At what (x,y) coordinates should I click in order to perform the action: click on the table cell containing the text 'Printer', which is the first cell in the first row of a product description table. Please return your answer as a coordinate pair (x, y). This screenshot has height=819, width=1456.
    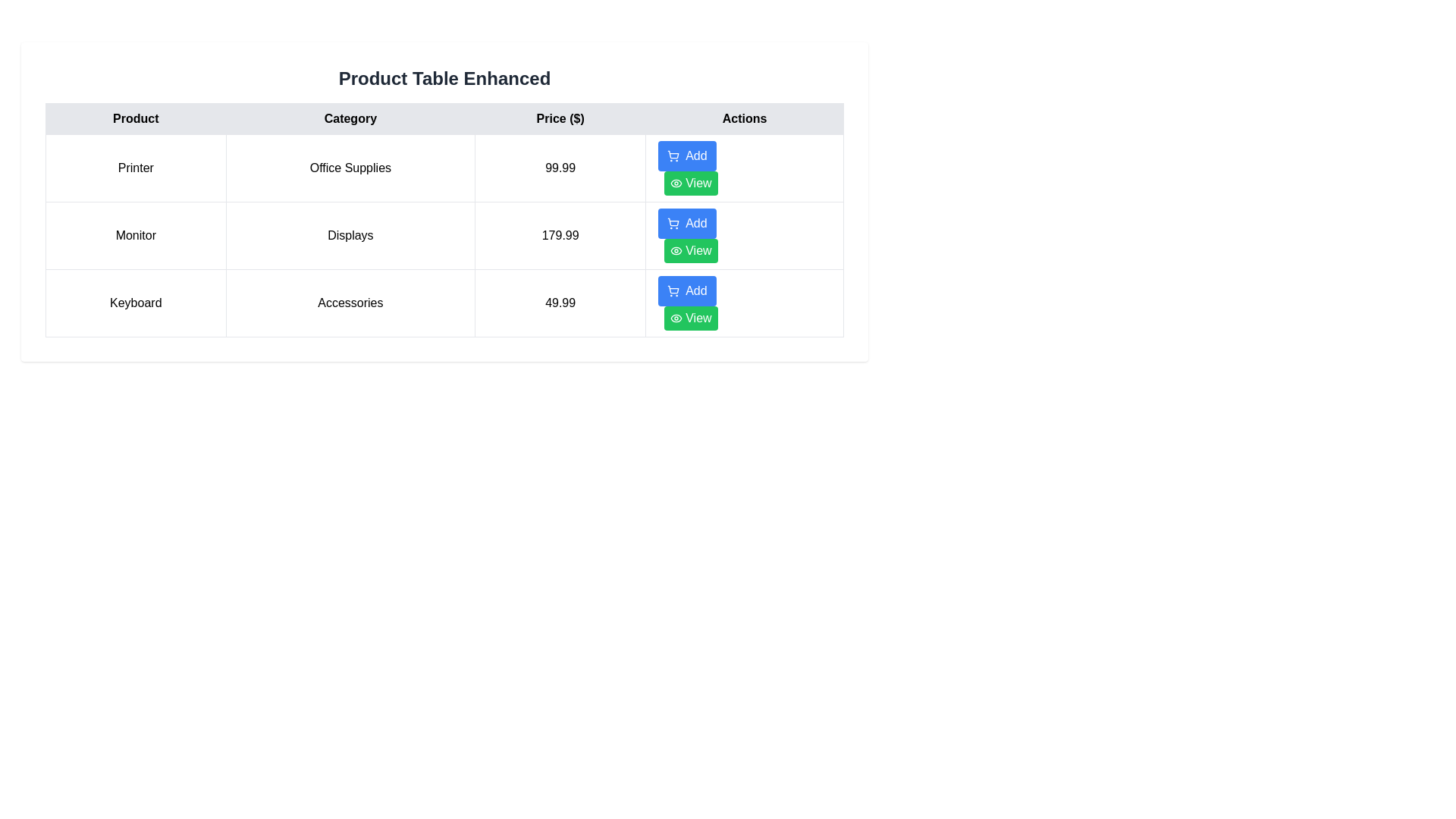
    Looking at the image, I should click on (136, 168).